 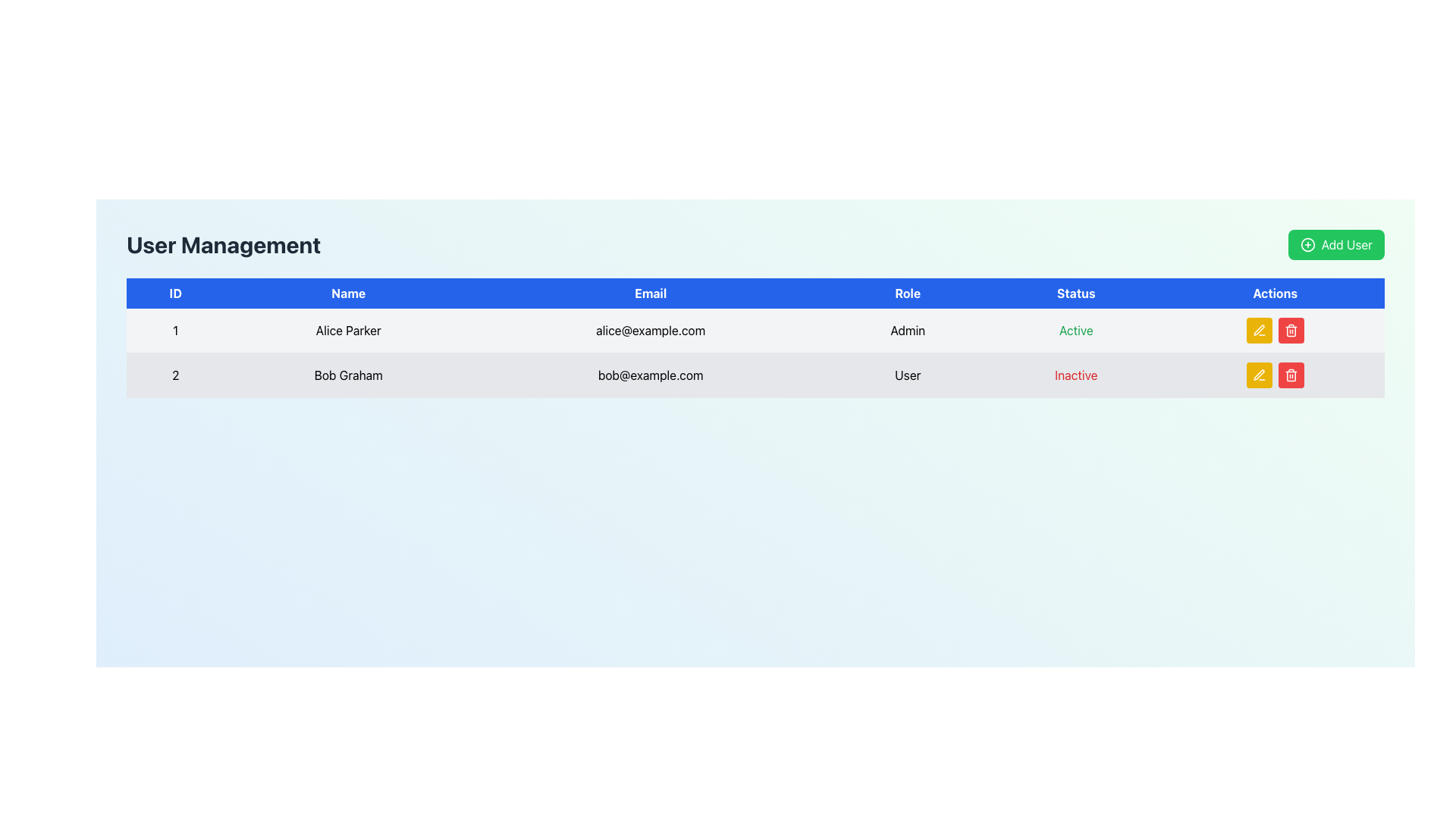 I want to click on the pen icon located in the 'Actions' column of the second row of the table, so click(x=1259, y=329).